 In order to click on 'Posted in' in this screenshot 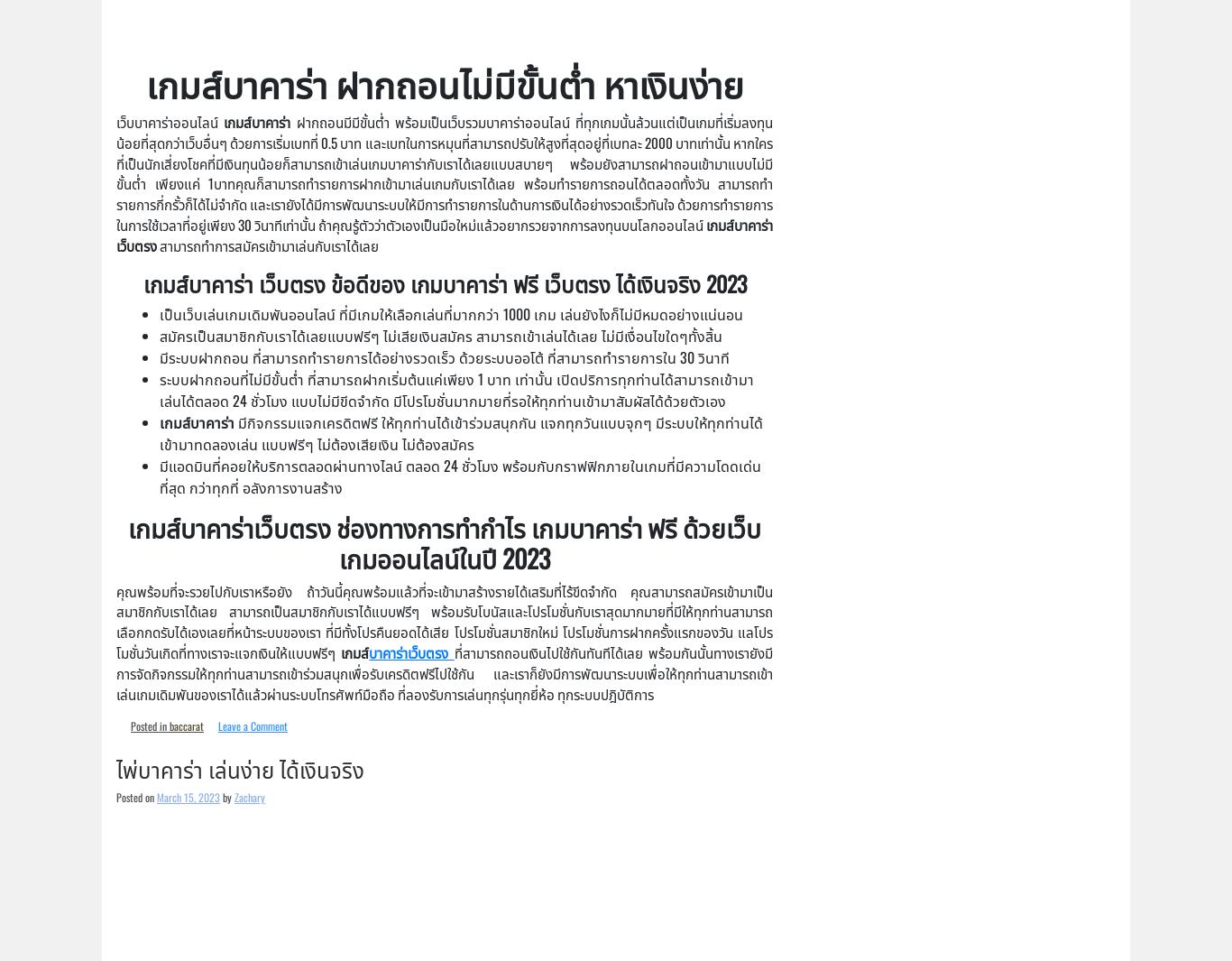, I will do `click(149, 725)`.